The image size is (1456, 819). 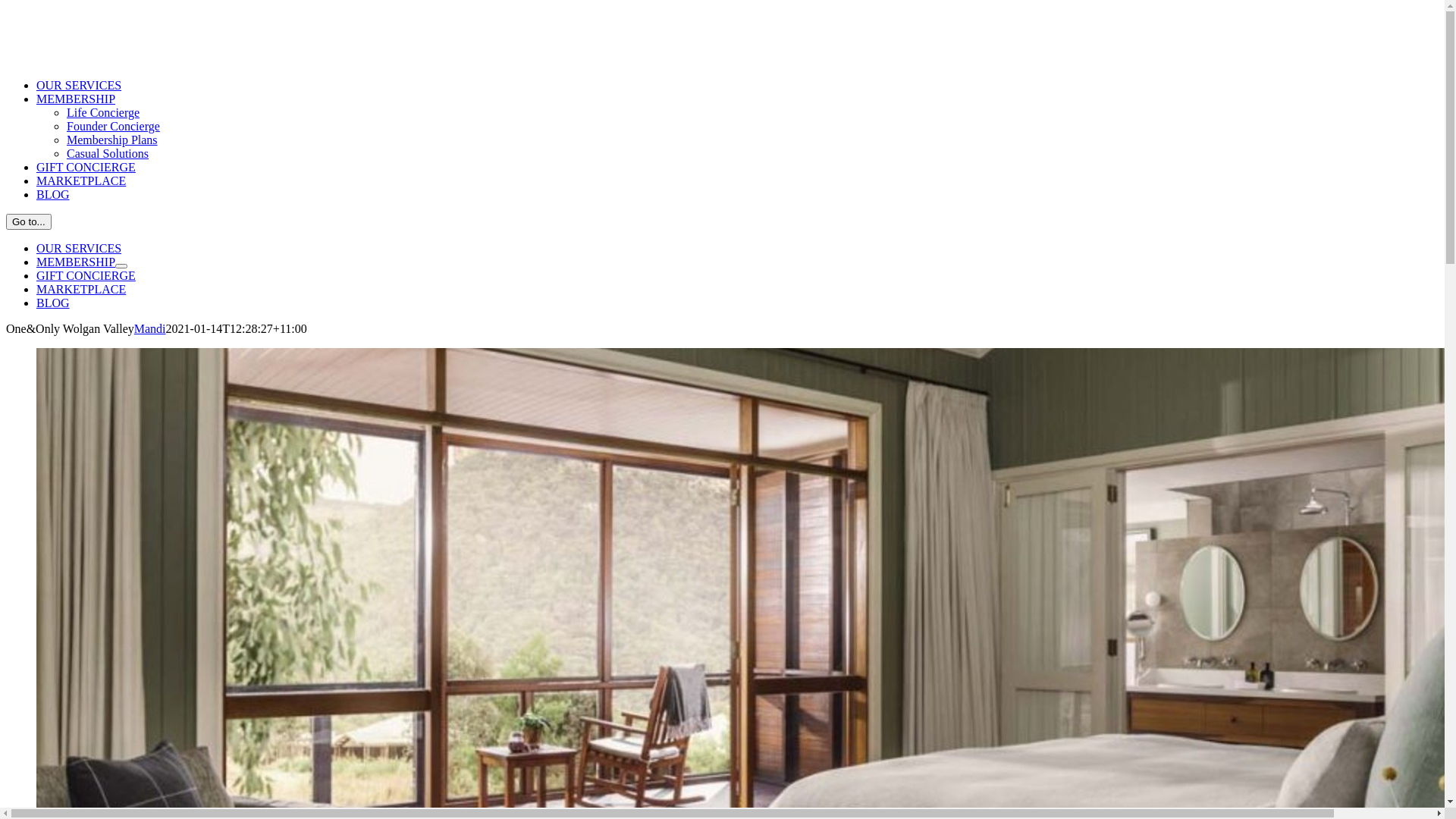 What do you see at coordinates (36, 303) in the screenshot?
I see `'BLOG'` at bounding box center [36, 303].